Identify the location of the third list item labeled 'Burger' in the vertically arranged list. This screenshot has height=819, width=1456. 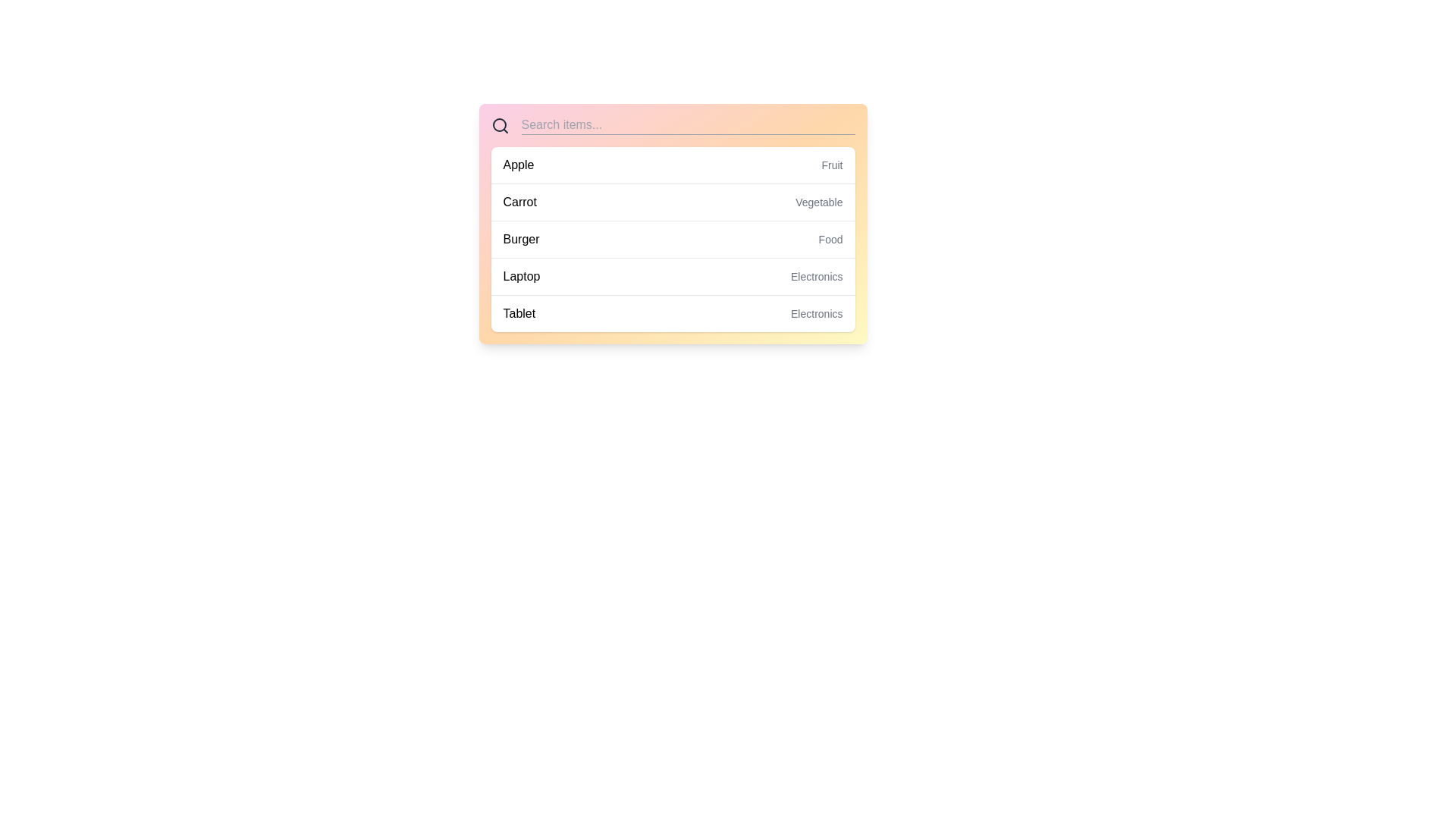
(672, 239).